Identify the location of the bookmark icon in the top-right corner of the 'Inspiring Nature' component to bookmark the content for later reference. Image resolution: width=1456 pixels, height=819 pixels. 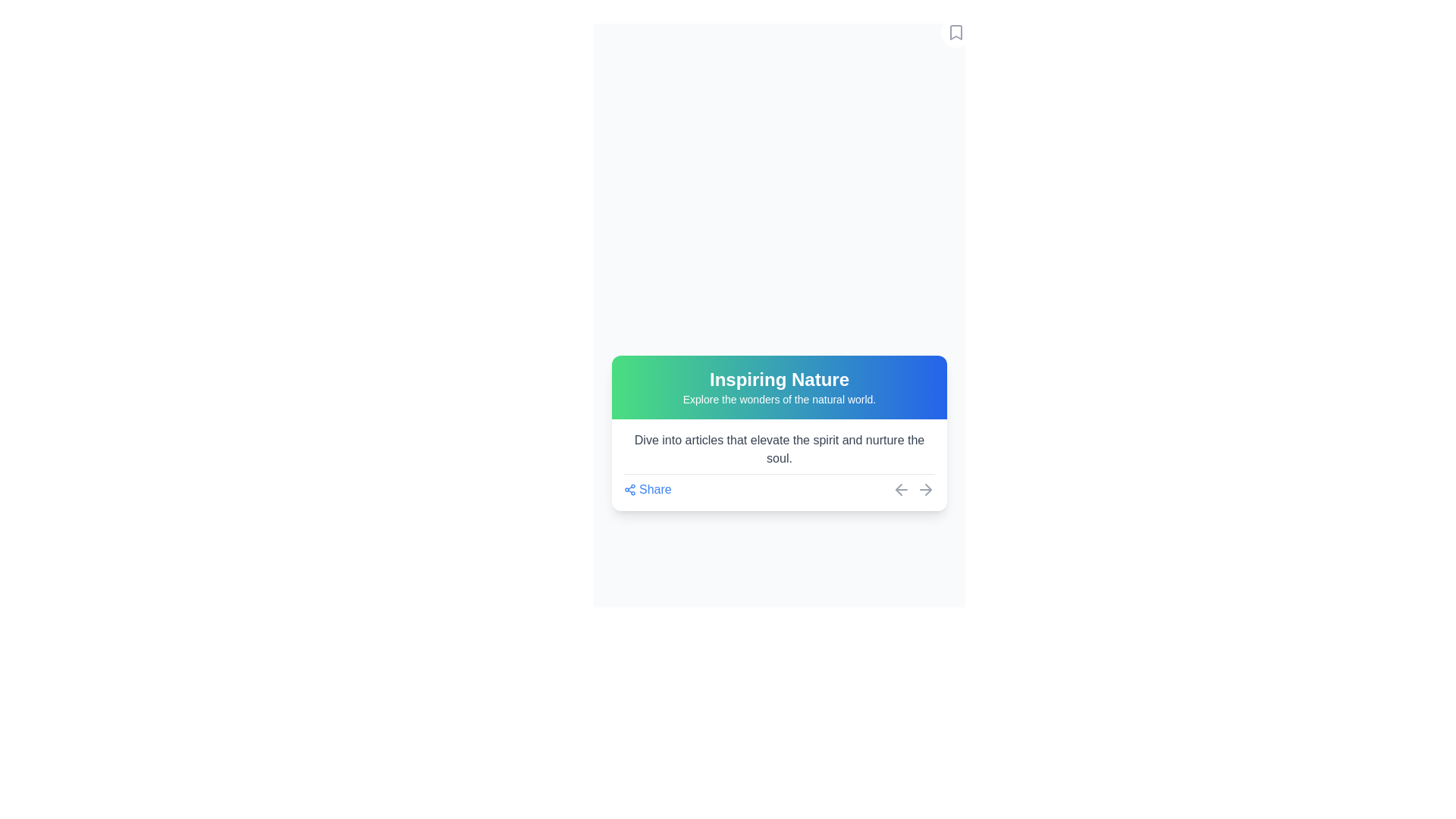
(955, 32).